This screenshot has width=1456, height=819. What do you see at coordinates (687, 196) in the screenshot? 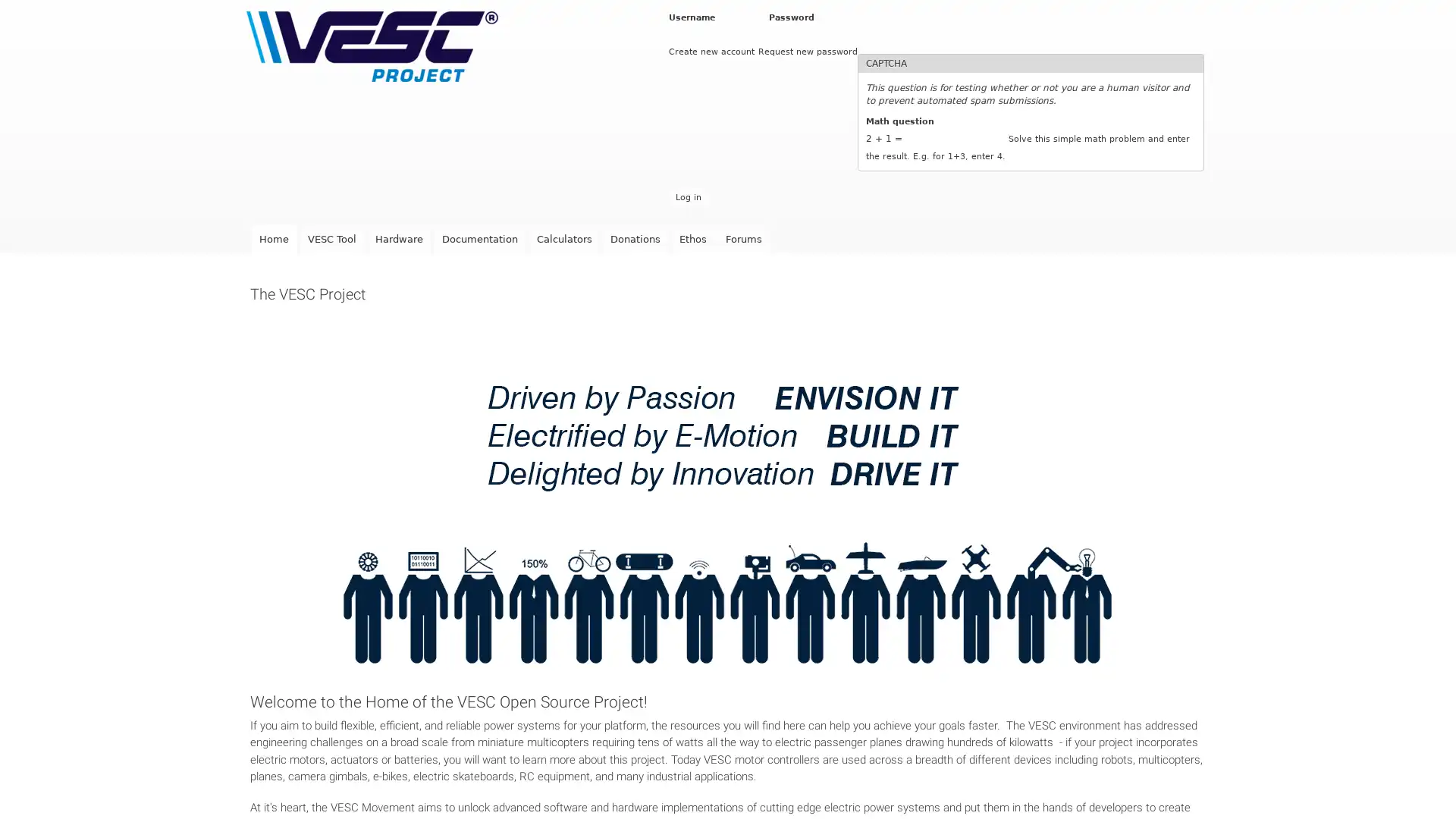
I see `Log in` at bounding box center [687, 196].